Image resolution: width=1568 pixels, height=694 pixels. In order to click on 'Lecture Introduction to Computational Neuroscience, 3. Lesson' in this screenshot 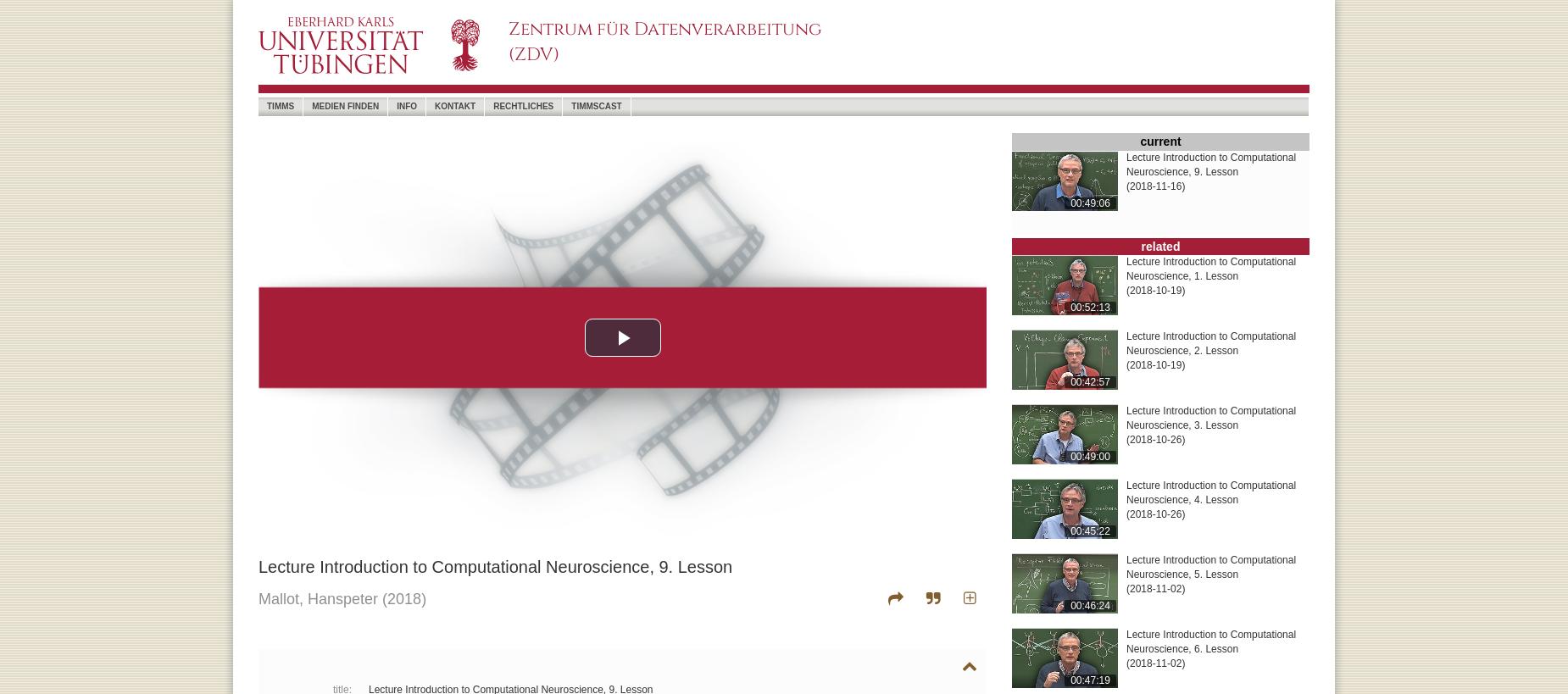, I will do `click(1210, 417)`.